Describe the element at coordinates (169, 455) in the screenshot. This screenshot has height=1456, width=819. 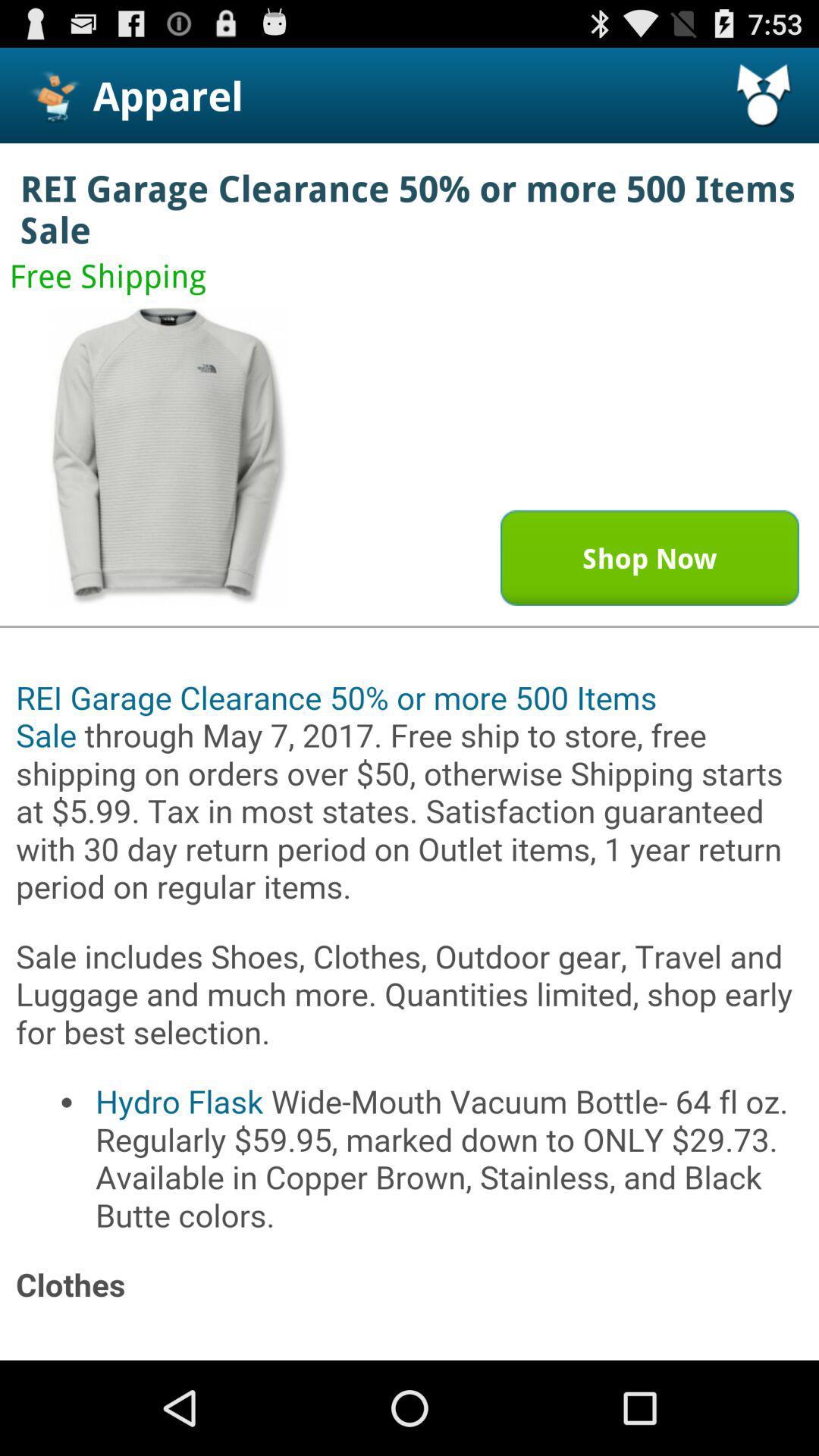
I see `a bigger picture` at that location.